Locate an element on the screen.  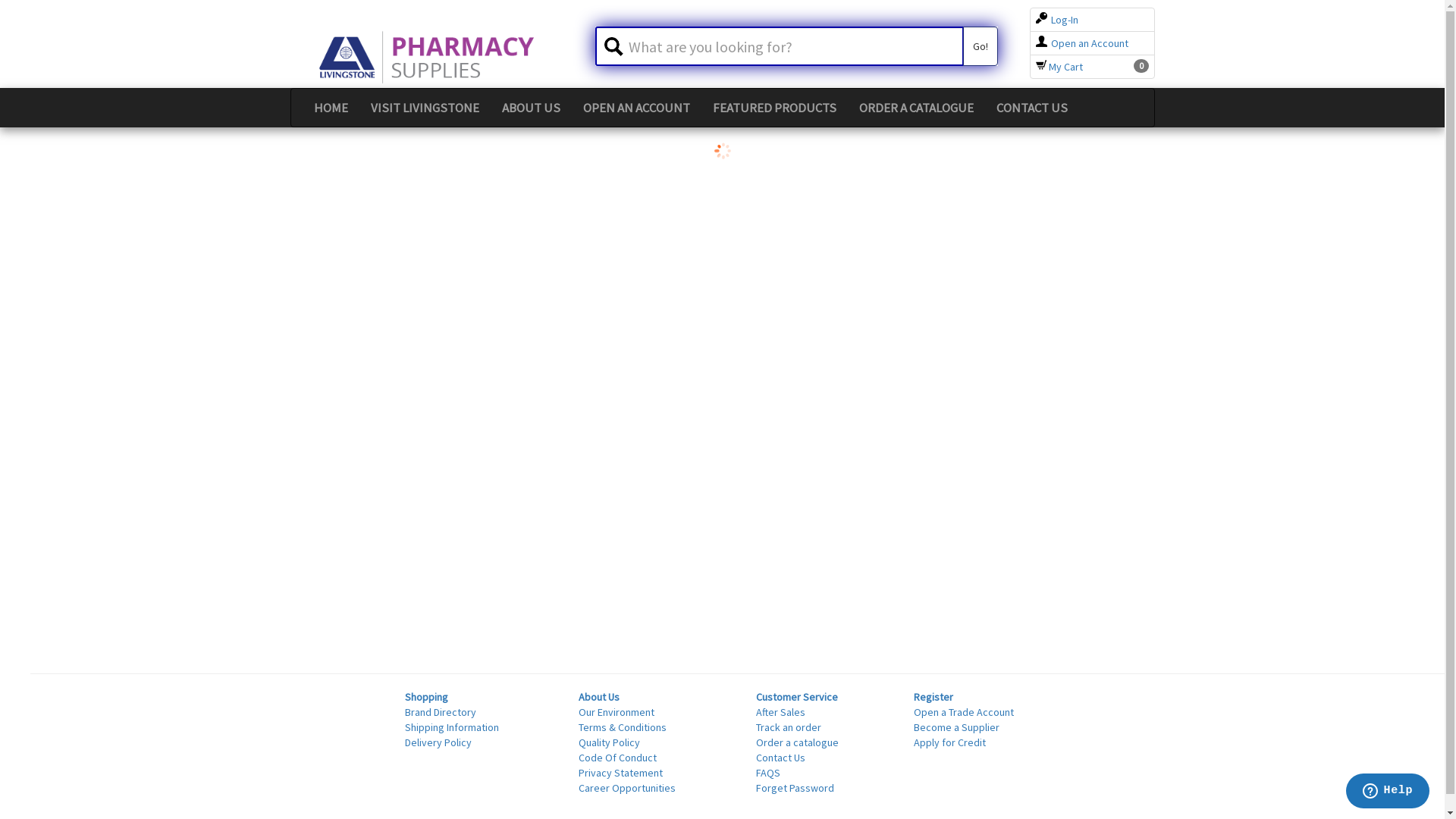
'Open a Trade Account' is located at coordinates (912, 711).